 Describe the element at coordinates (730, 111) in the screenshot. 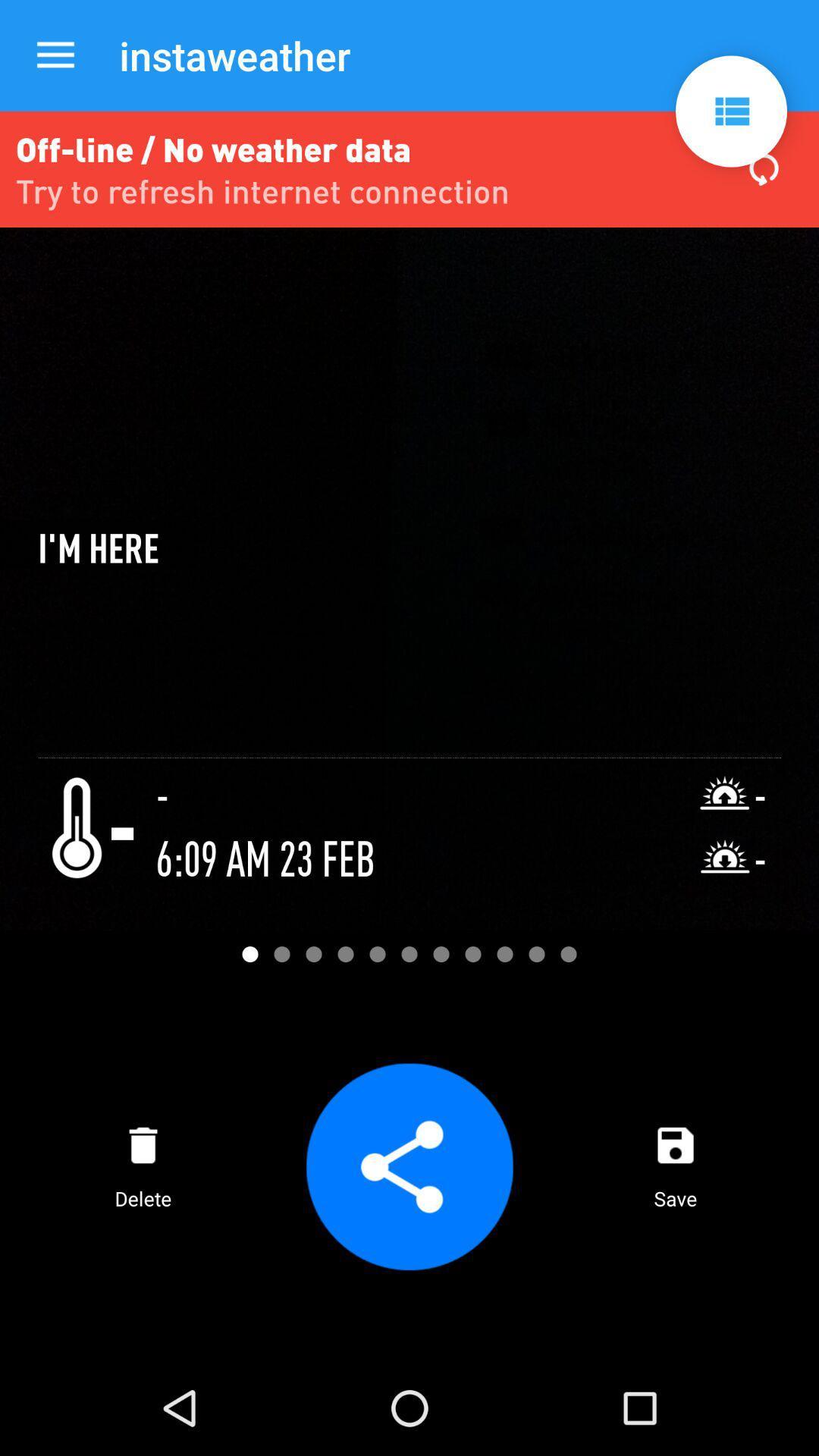

I see `autoplay oprinon` at that location.